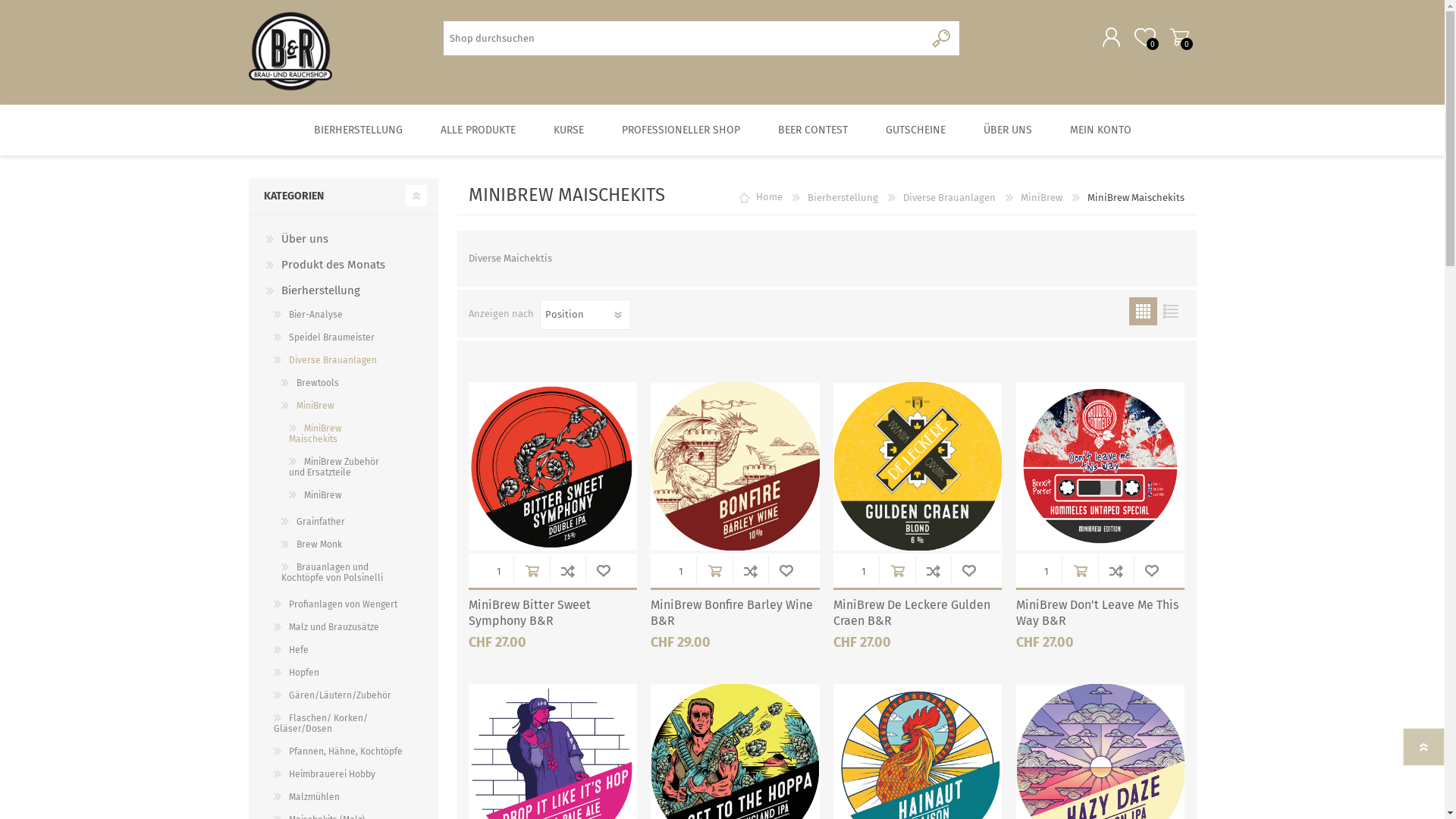  I want to click on 'Profianlagen von Wengert', so click(334, 604).